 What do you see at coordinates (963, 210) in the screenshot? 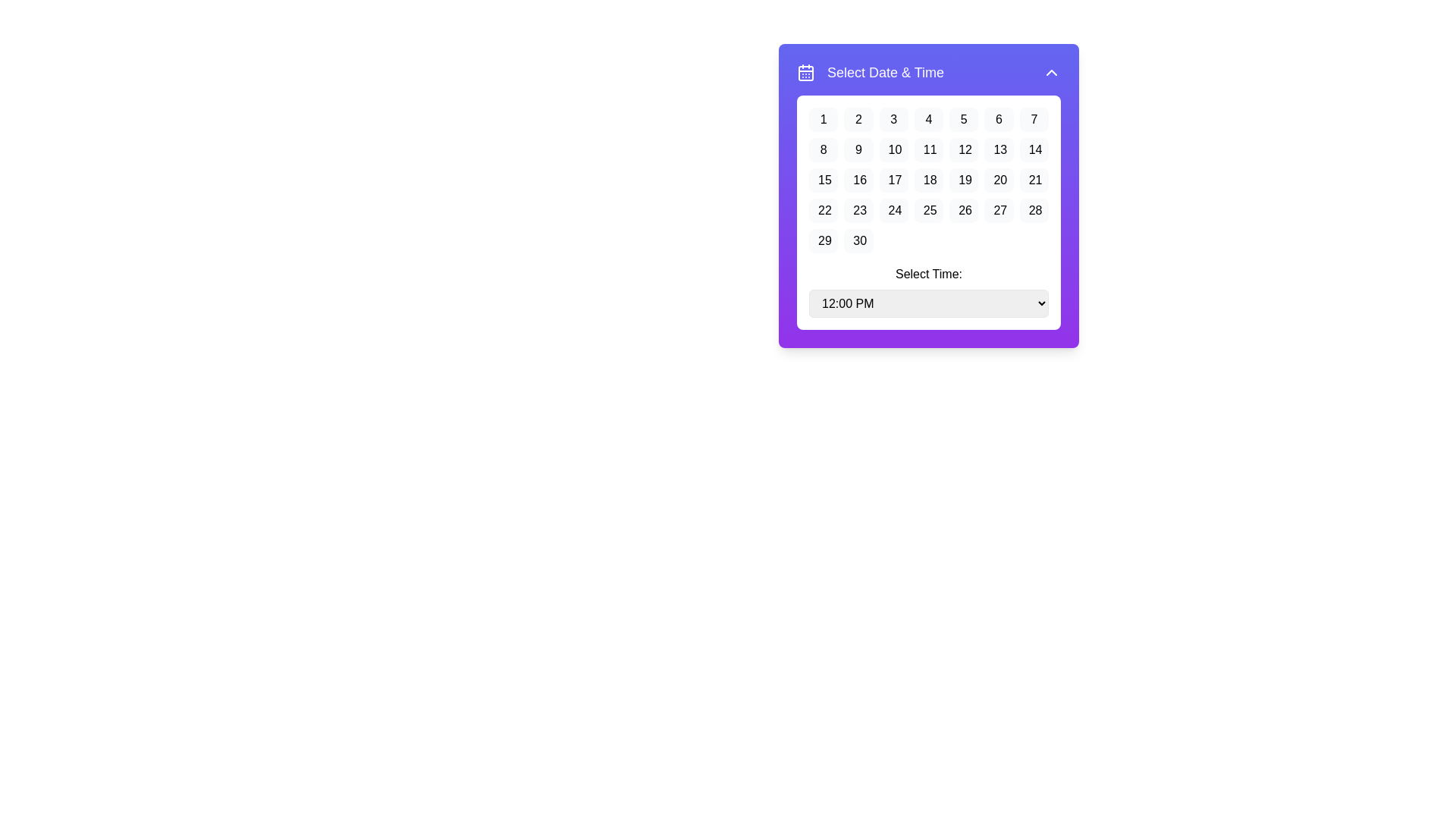
I see `the rounded rectangular button displaying the number '26' in the date selector interface` at bounding box center [963, 210].